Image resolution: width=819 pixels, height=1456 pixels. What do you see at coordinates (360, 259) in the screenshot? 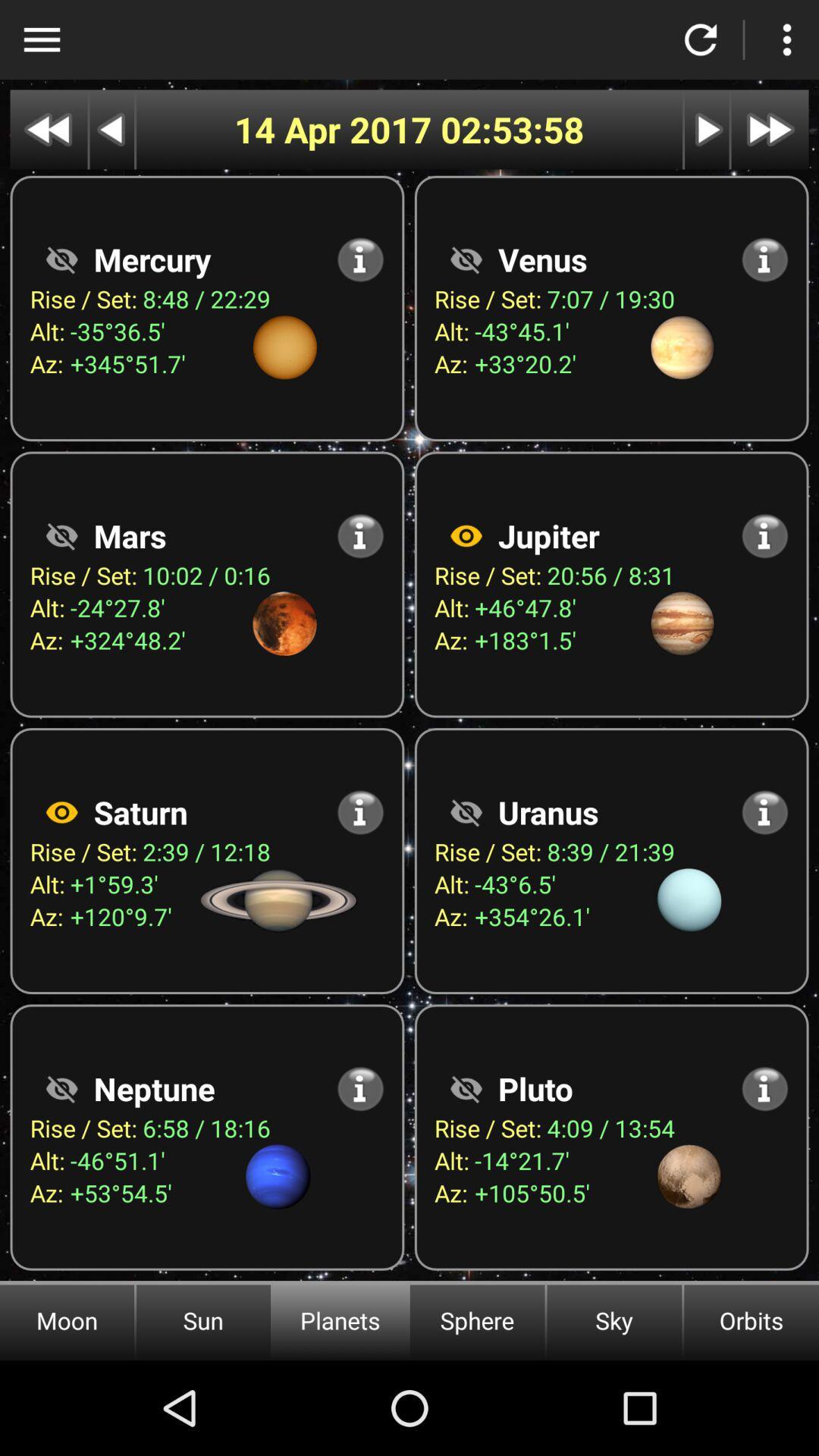
I see `the info icon` at bounding box center [360, 259].